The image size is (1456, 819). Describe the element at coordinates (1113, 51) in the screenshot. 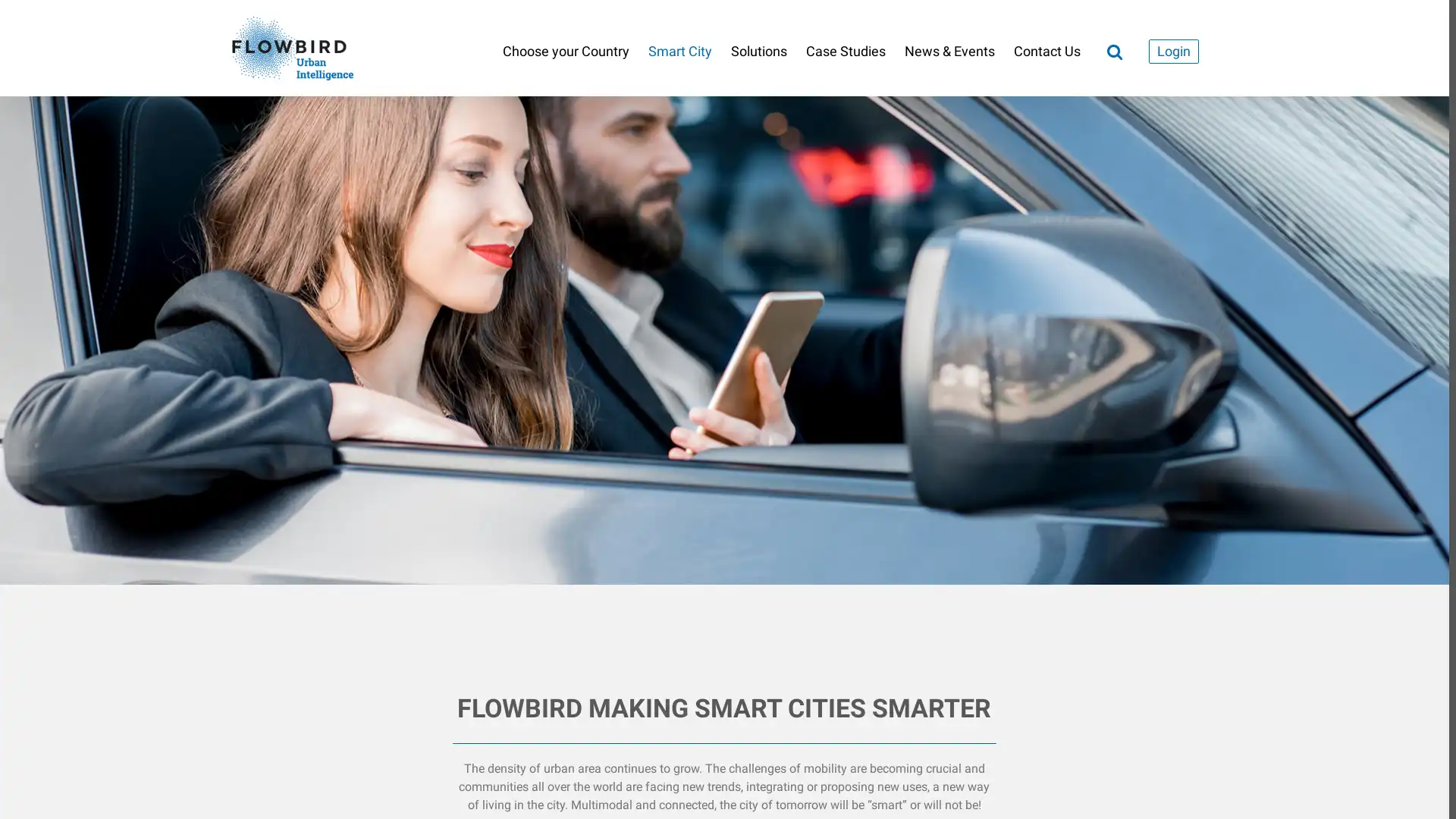

I see `Search` at that location.